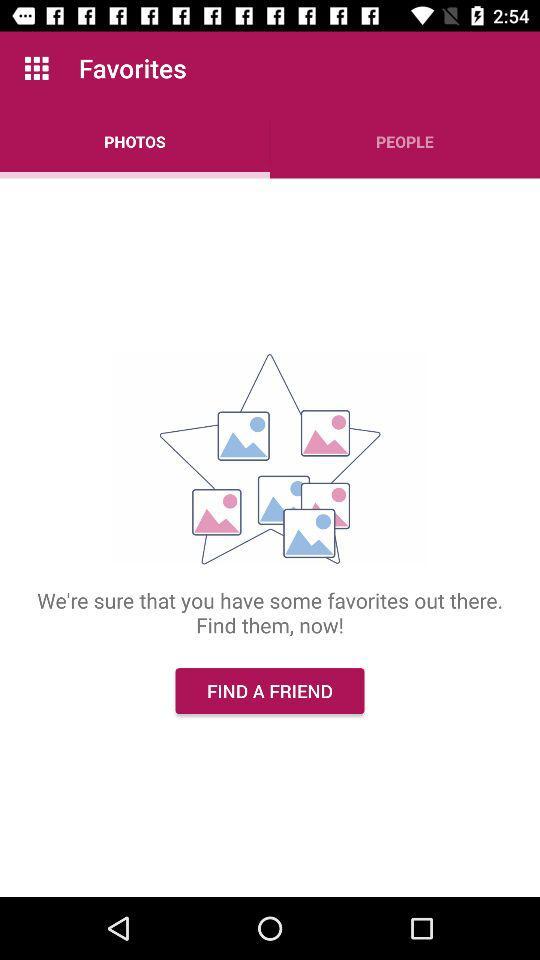  I want to click on app above photos app, so click(36, 68).